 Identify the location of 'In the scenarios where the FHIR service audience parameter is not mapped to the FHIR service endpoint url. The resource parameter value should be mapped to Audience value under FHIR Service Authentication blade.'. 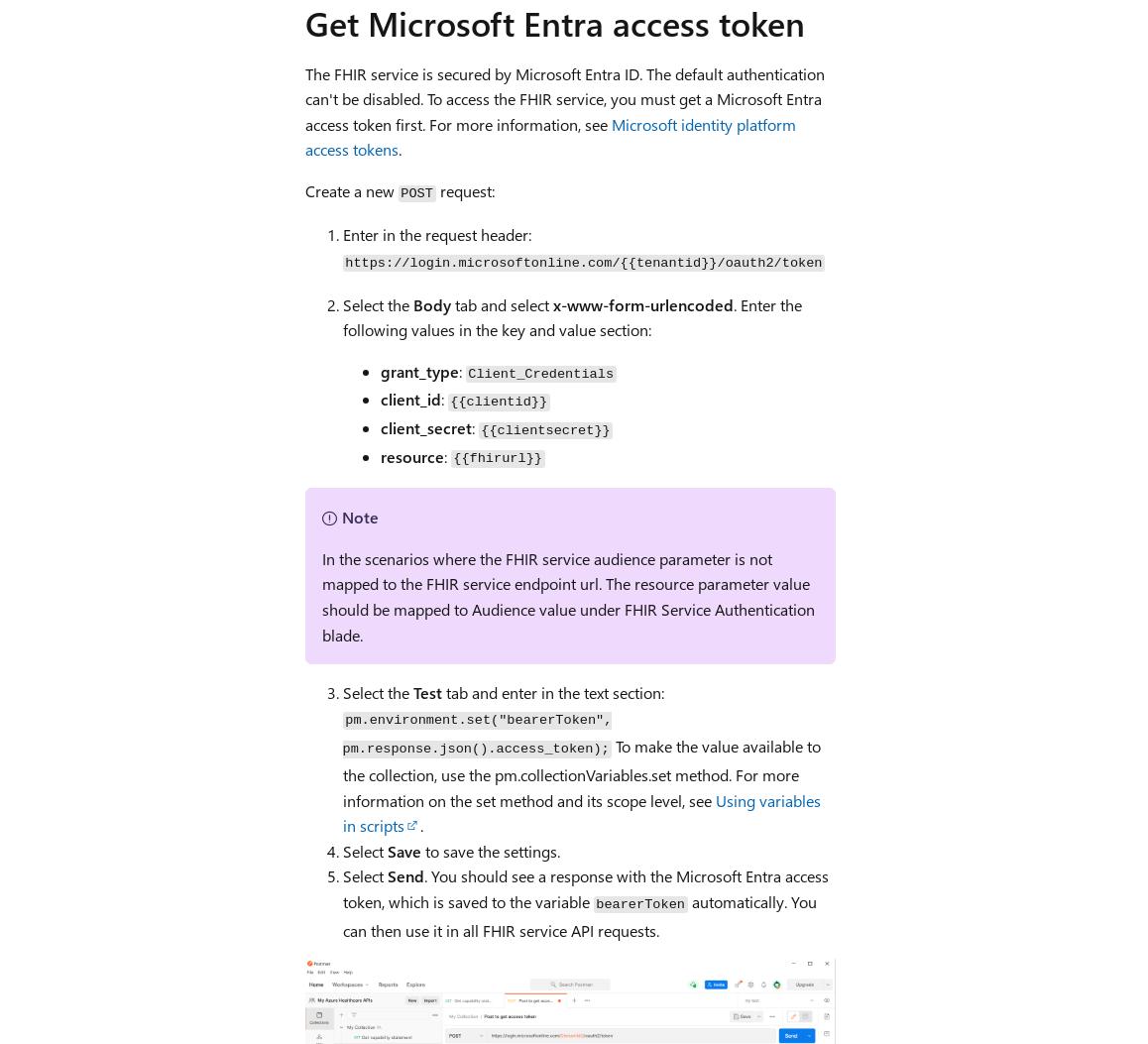
(567, 596).